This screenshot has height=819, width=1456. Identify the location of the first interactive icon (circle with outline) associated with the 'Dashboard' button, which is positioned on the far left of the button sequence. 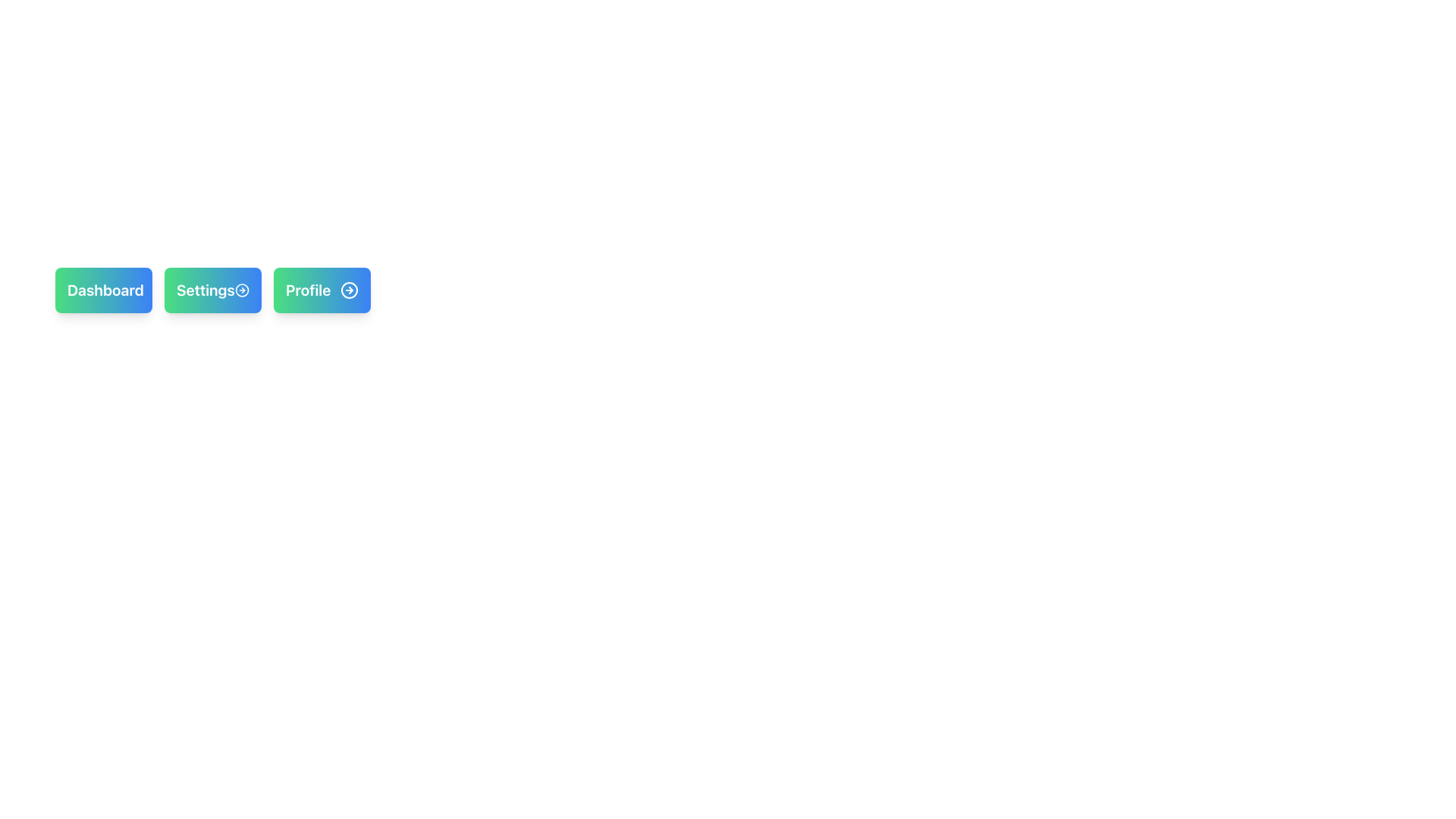
(152, 290).